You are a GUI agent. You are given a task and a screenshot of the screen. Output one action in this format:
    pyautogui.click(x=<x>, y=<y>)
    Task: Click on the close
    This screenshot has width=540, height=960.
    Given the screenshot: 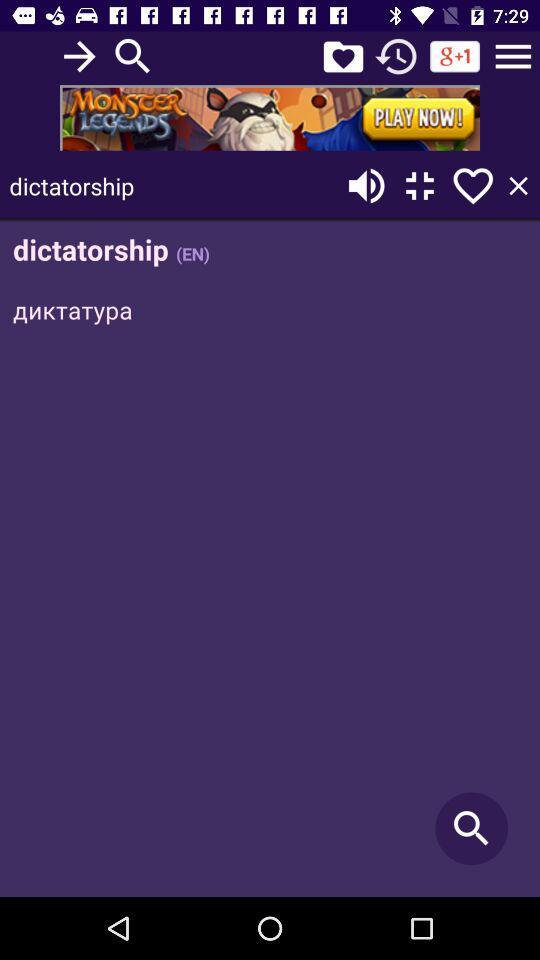 What is the action you would take?
    pyautogui.click(x=518, y=186)
    